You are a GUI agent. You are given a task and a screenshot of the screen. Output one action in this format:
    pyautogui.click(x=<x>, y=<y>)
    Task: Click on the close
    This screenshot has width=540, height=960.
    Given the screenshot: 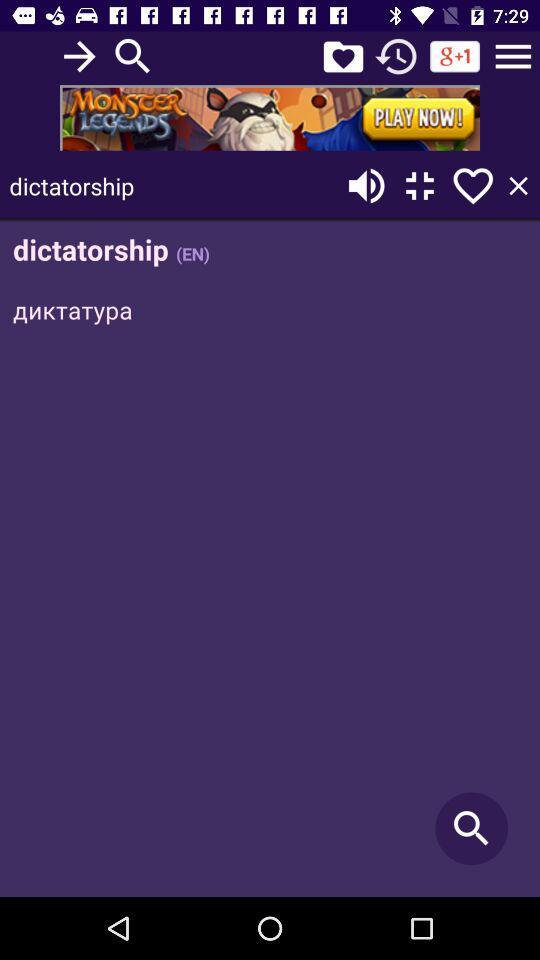 What is the action you would take?
    pyautogui.click(x=518, y=186)
    